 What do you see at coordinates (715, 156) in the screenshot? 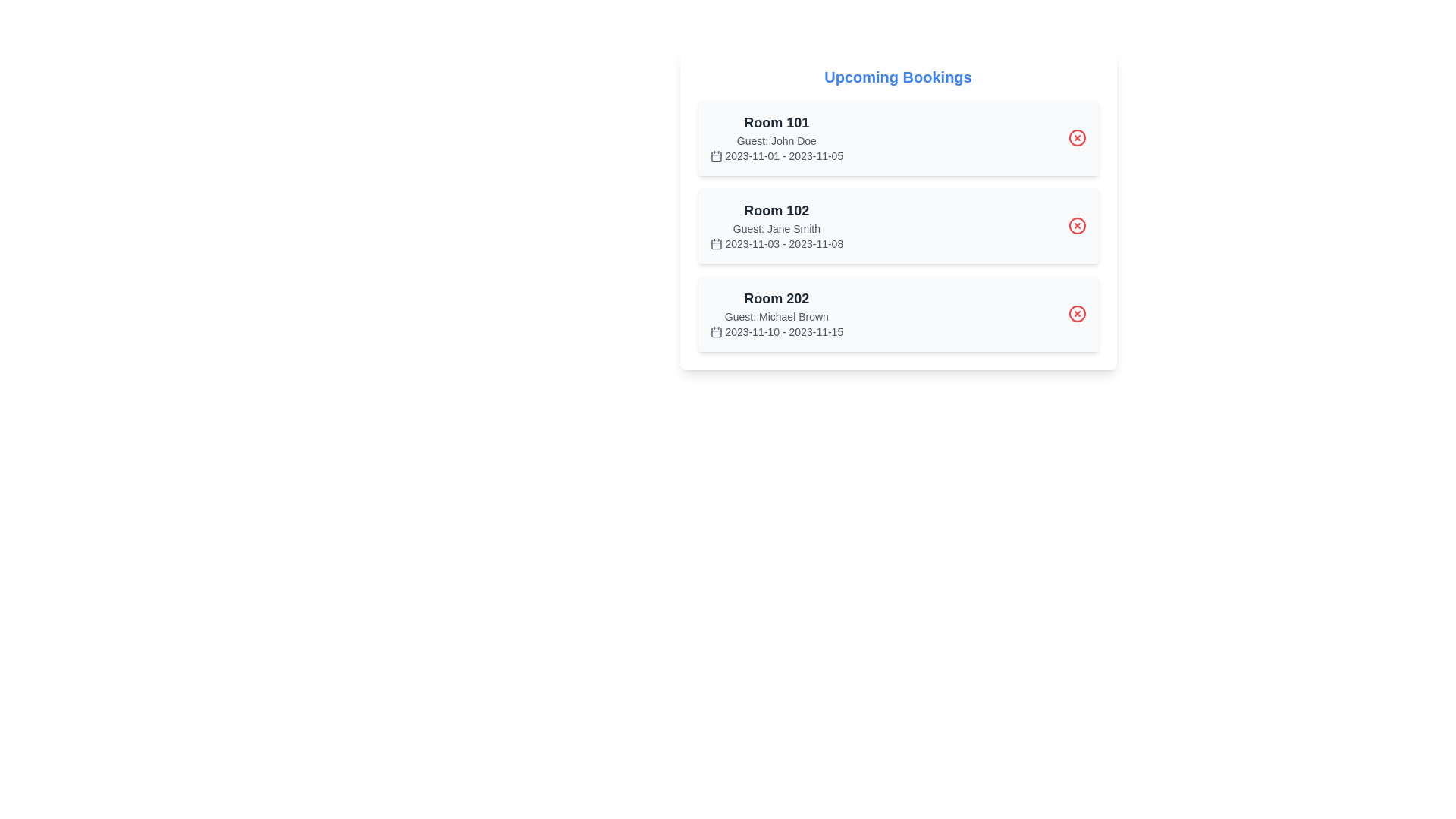
I see `rounded rectangle element within the calendar icon located to the left of the booking details text using the browser developer tools` at bounding box center [715, 156].